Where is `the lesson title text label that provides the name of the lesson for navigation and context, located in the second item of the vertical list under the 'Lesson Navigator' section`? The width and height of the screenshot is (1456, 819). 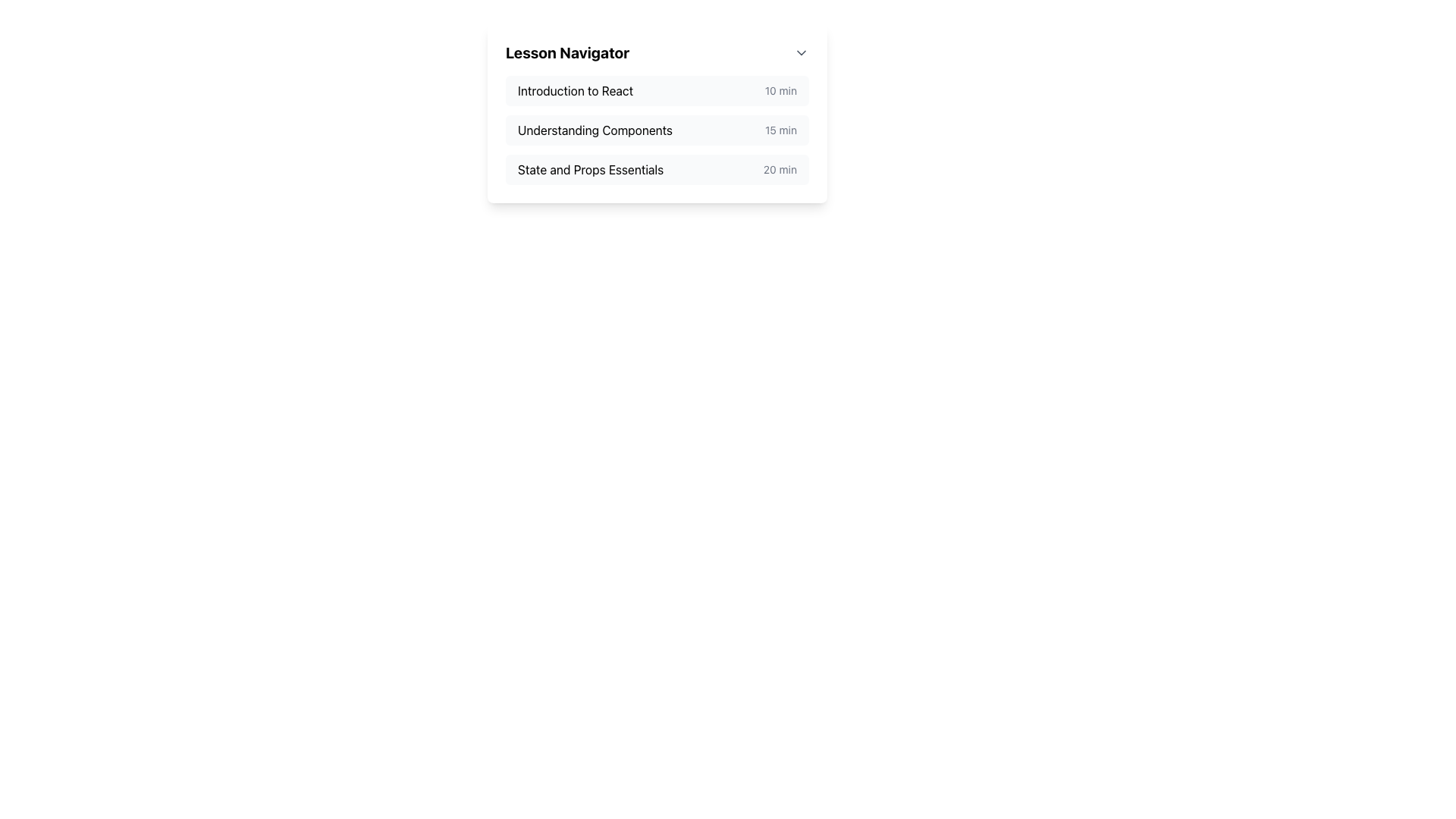
the lesson title text label that provides the name of the lesson for navigation and context, located in the second item of the vertical list under the 'Lesson Navigator' section is located at coordinates (595, 130).